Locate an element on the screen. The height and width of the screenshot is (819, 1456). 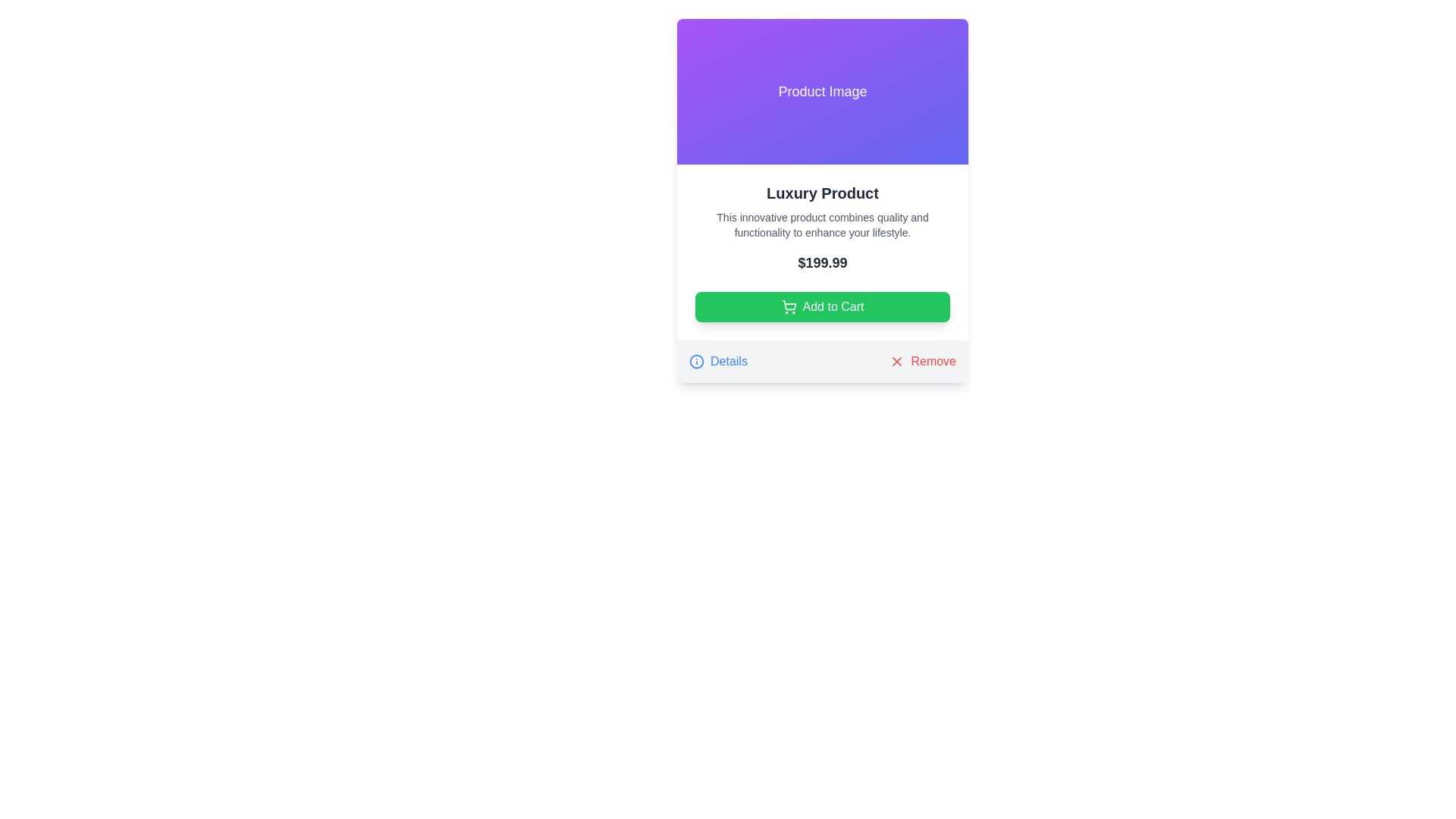
the Text Display element showing the product price "$199.99" which is located between the product description and the "Add to Cart" button is located at coordinates (821, 262).